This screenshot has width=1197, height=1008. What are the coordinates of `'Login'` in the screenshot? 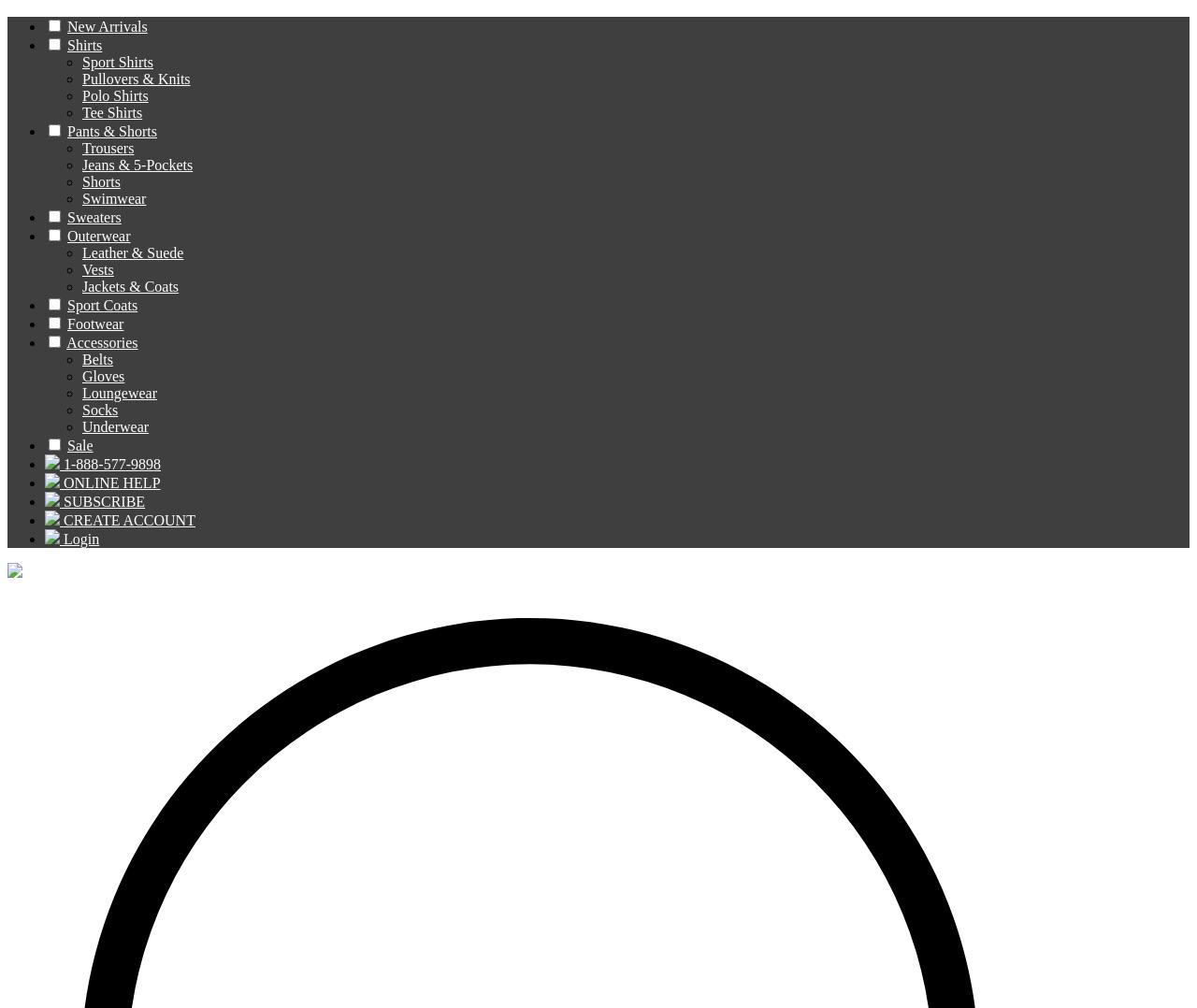 It's located at (80, 538).